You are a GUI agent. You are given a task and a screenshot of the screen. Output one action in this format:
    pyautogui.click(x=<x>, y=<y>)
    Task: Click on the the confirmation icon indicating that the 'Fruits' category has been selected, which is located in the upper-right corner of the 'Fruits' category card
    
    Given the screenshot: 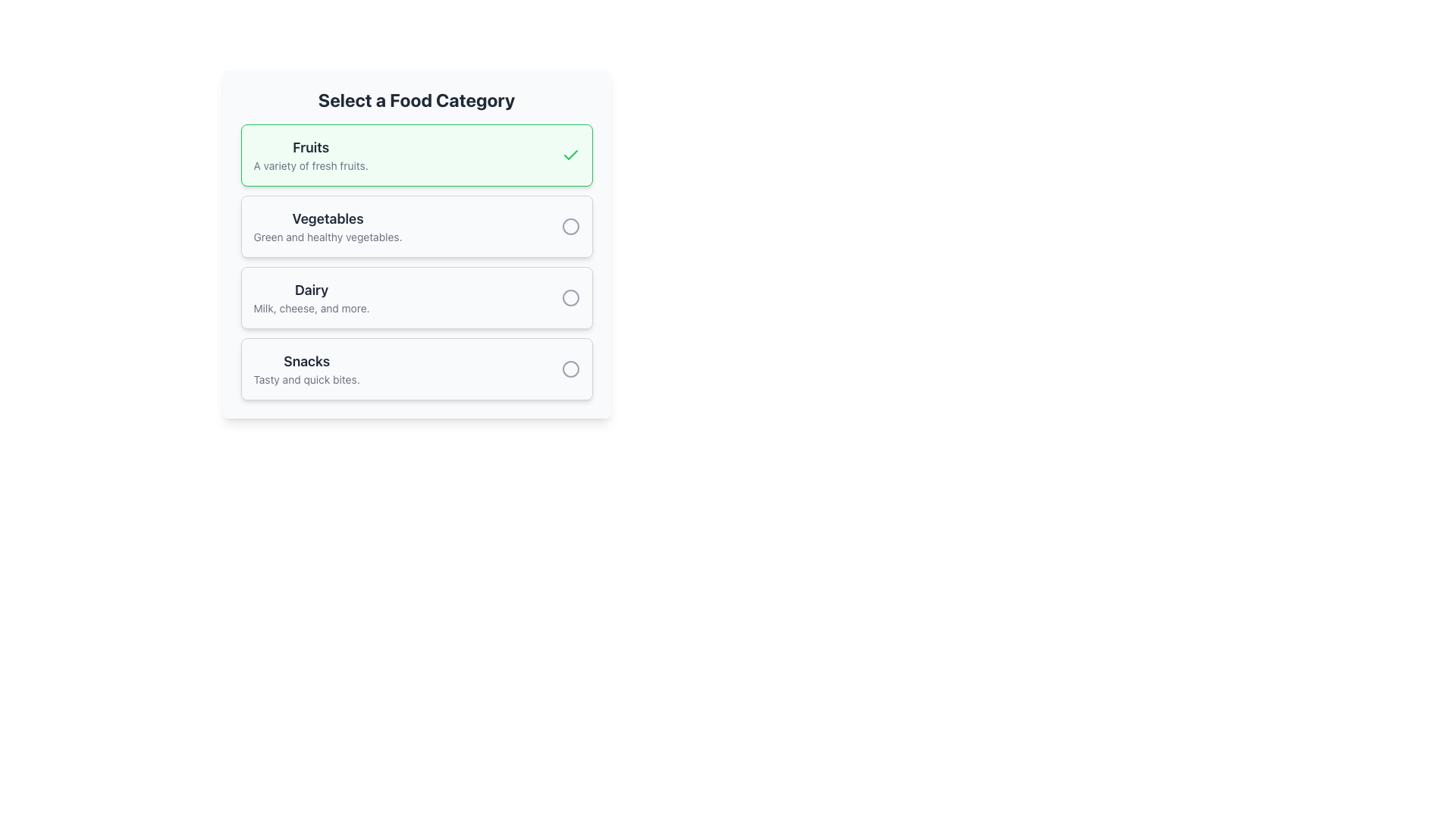 What is the action you would take?
    pyautogui.click(x=570, y=155)
    